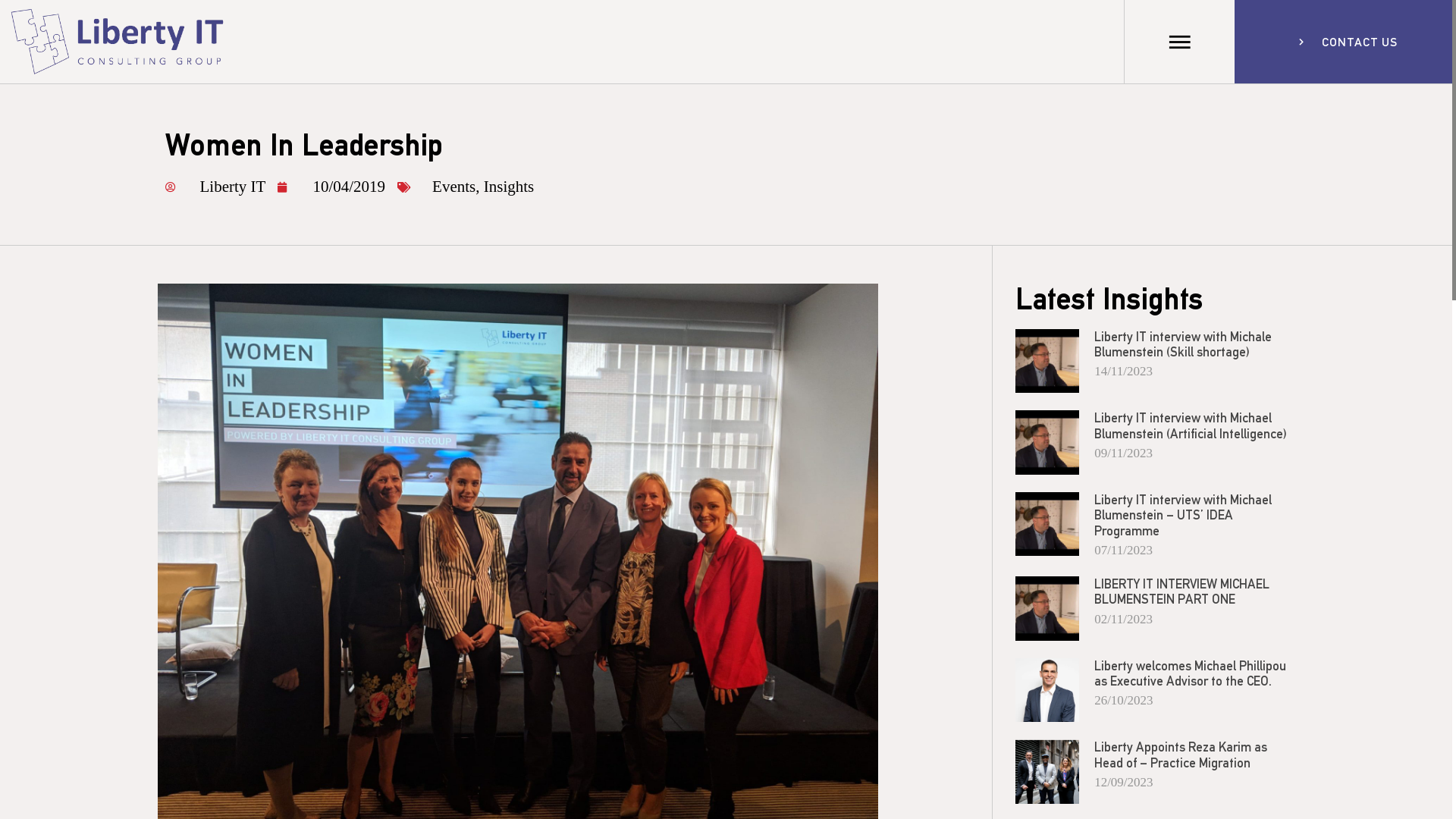  What do you see at coordinates (1298, 41) in the screenshot?
I see `'CONTACT US'` at bounding box center [1298, 41].